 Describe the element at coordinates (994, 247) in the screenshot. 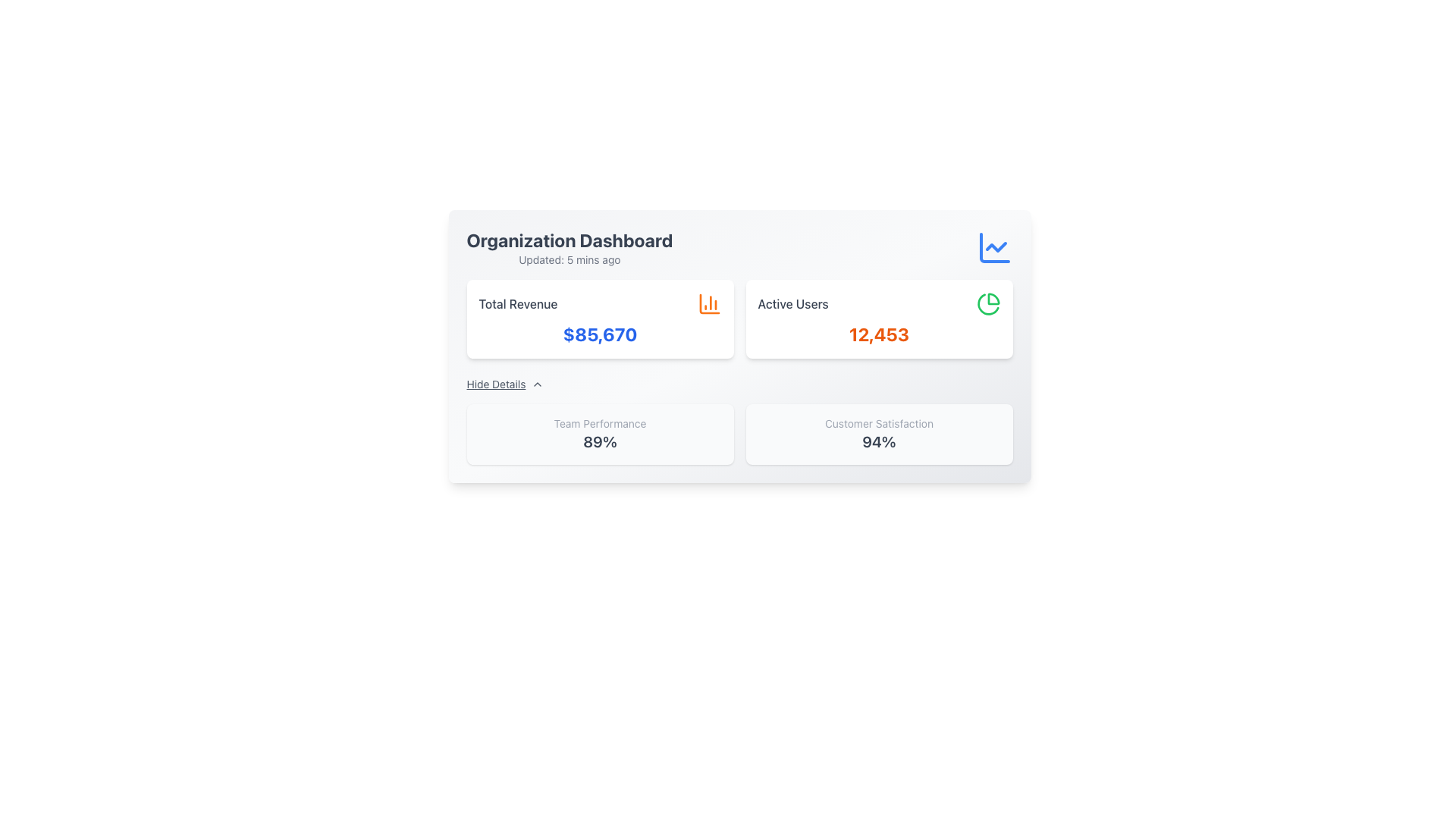

I see `the line chart icon in the top right corner of the 'Organization Dashboard' header` at that location.